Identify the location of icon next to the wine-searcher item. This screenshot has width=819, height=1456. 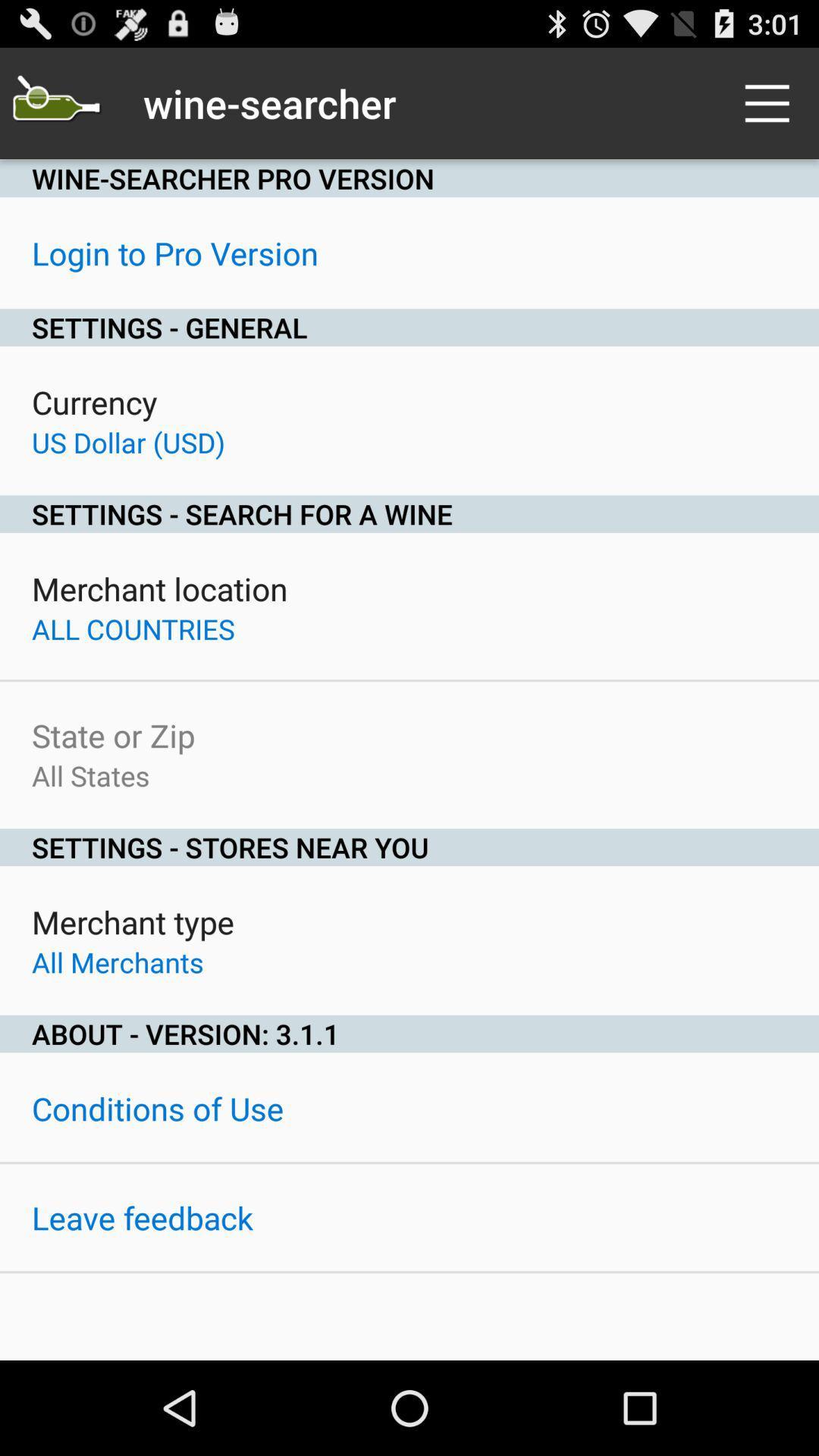
(55, 102).